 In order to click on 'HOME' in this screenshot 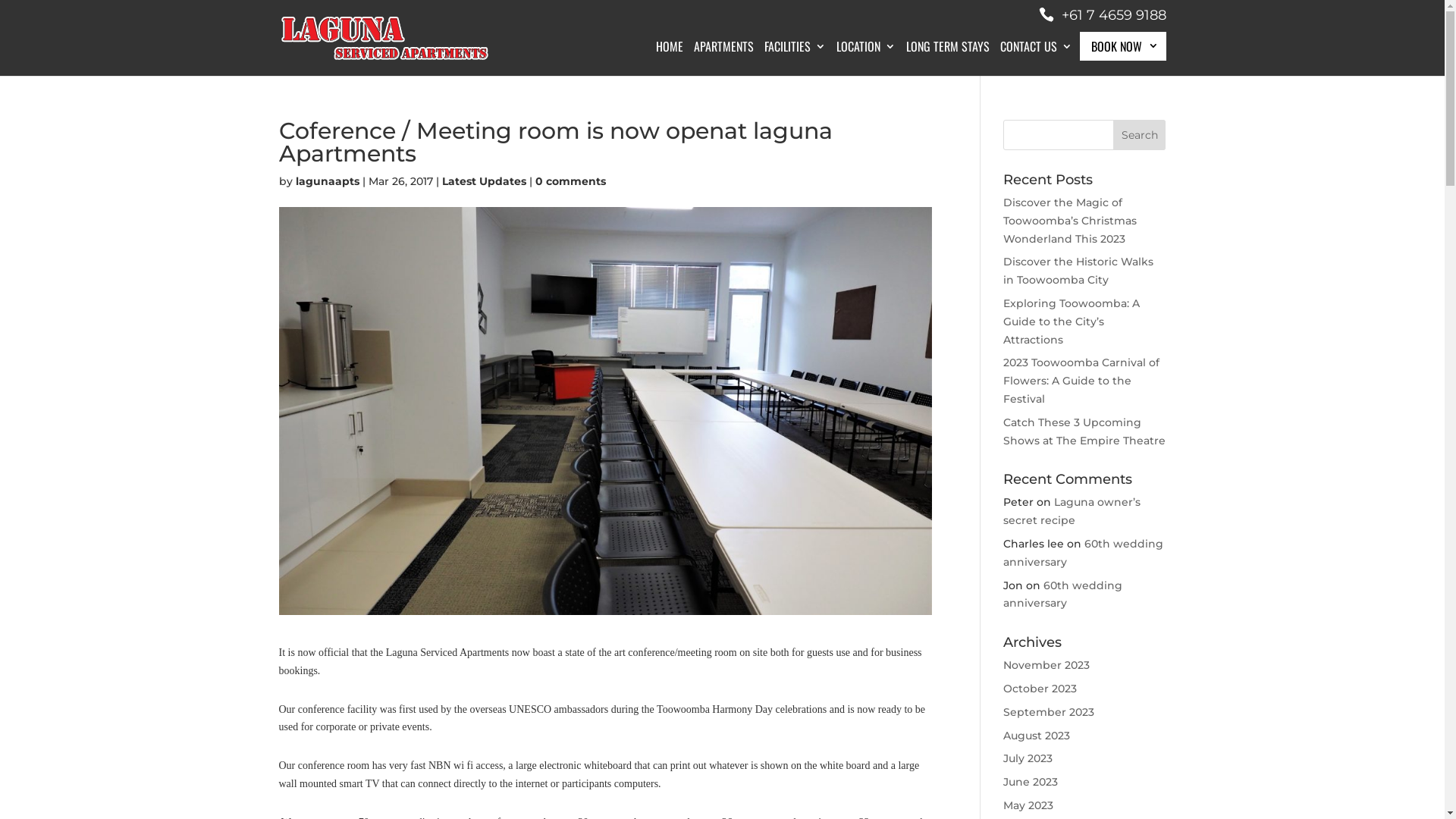, I will do `click(668, 58)`.